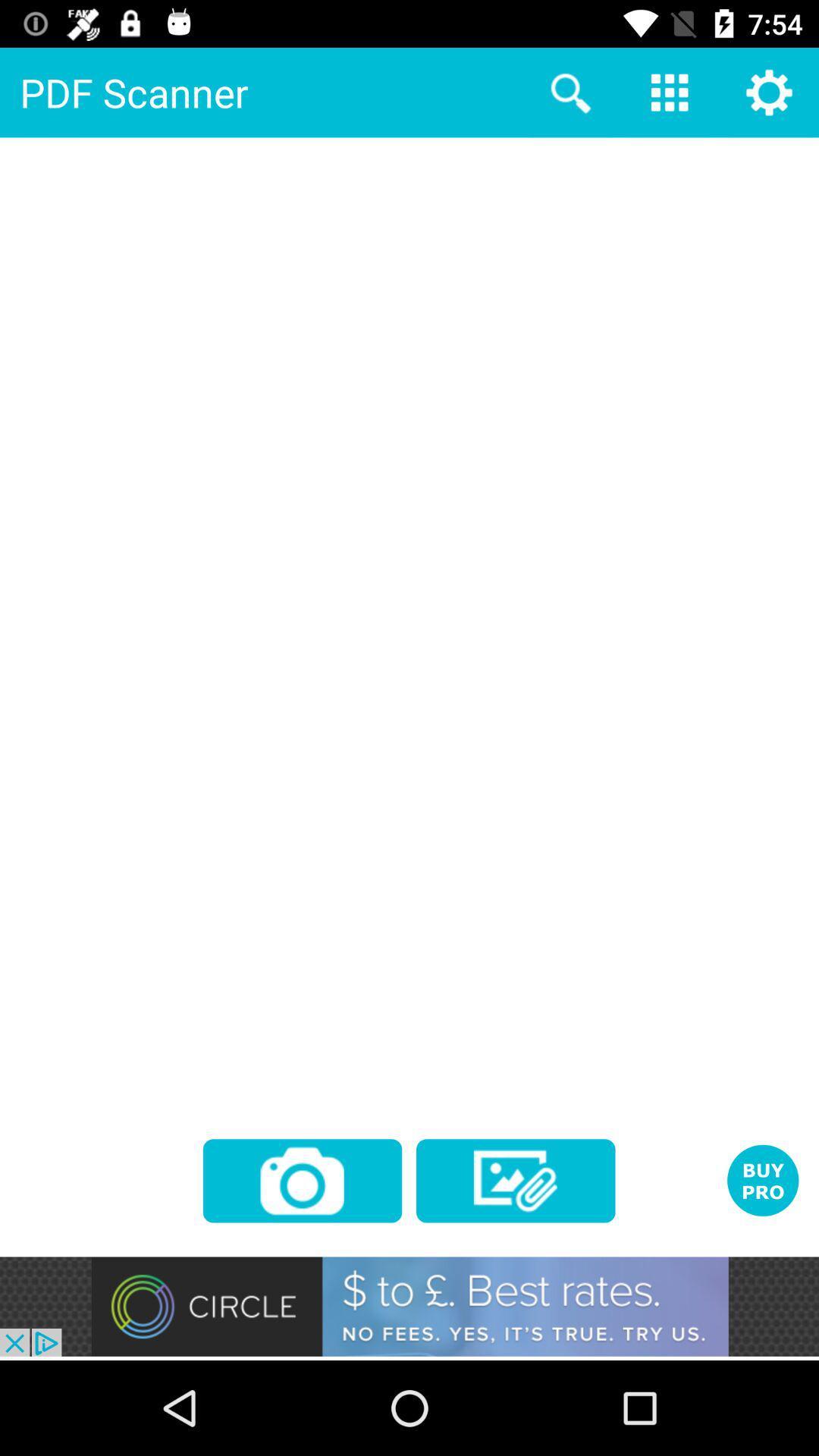 The height and width of the screenshot is (1456, 819). What do you see at coordinates (570, 92) in the screenshot?
I see `the search icon` at bounding box center [570, 92].